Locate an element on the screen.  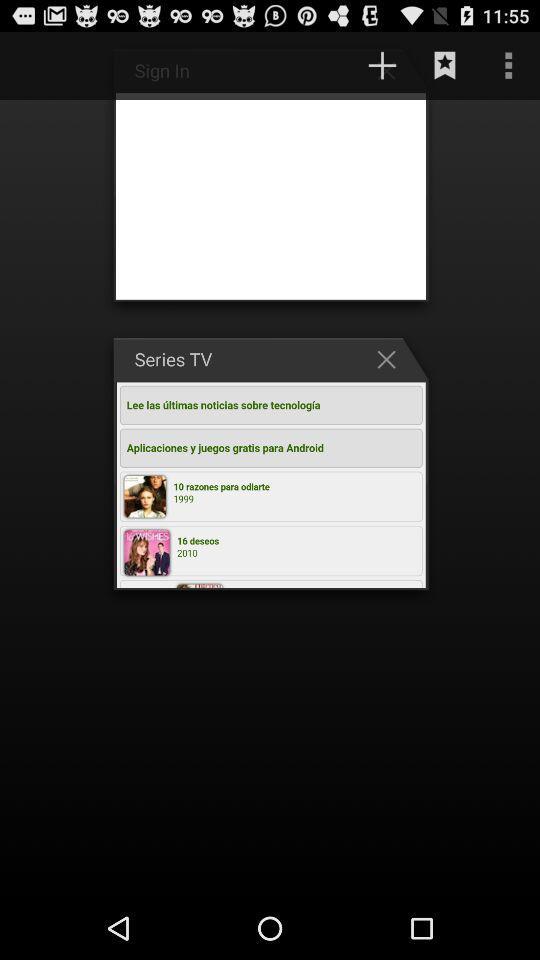
the bookmark icon is located at coordinates (445, 70).